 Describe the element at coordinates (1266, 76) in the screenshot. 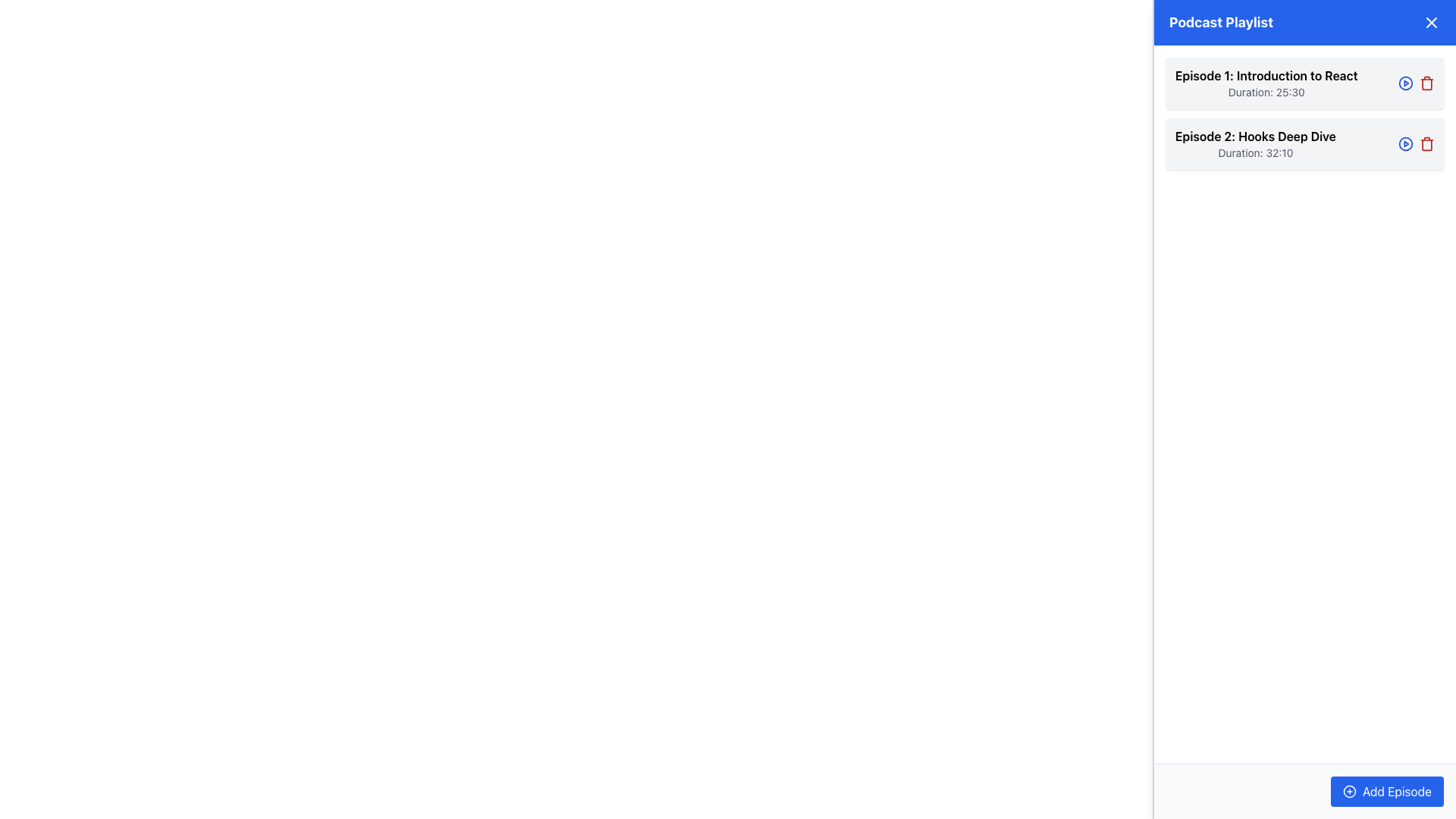

I see `the text label displaying 'Episode 1: Introduction to React' located in the playlist panel with a blue header labeled 'Podcast Playlist'. This text is the title of the first episode in the list, positioned above 'Duration: 25:30'` at that location.